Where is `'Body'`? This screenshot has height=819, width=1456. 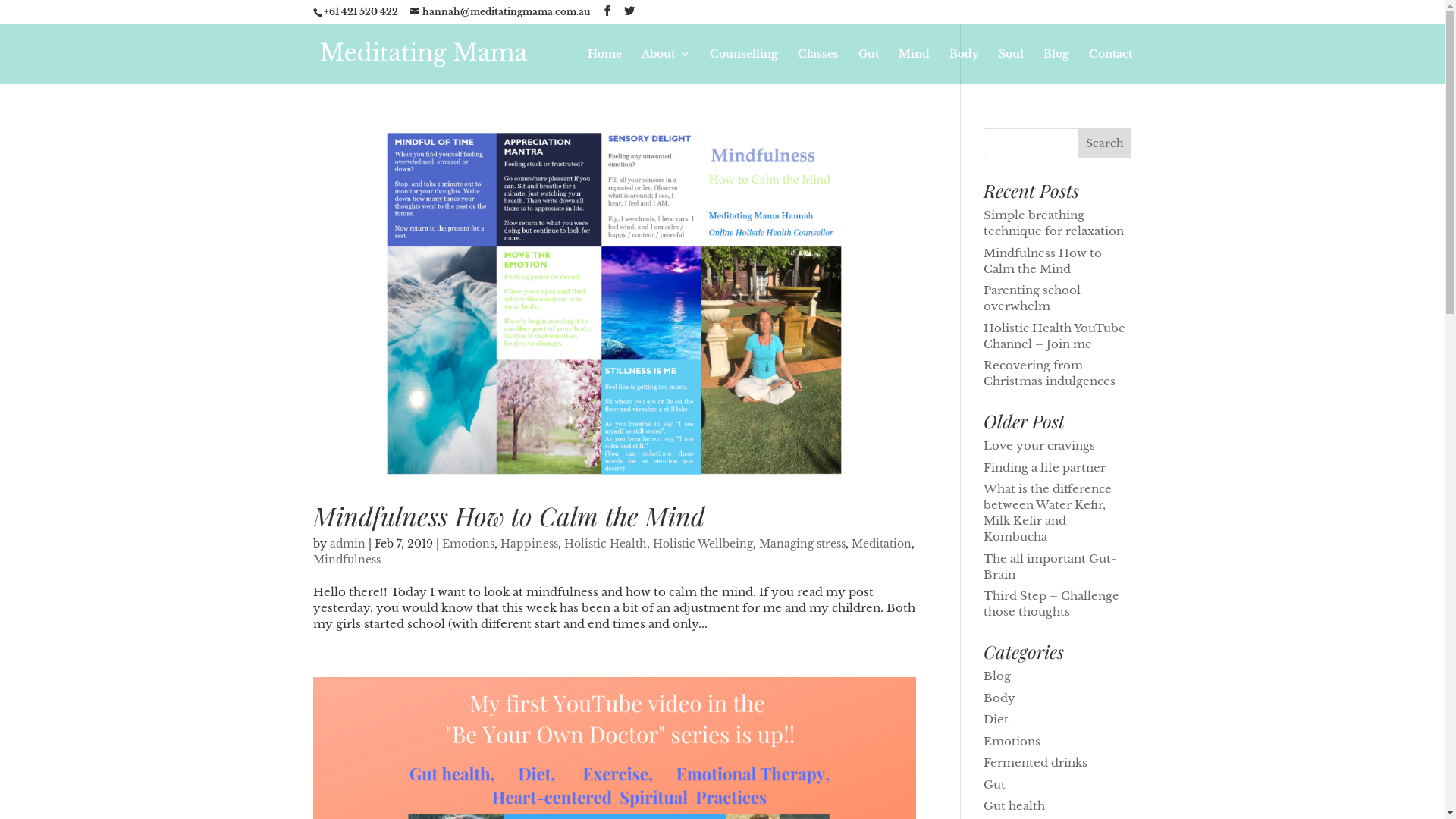
'Body' is located at coordinates (999, 697).